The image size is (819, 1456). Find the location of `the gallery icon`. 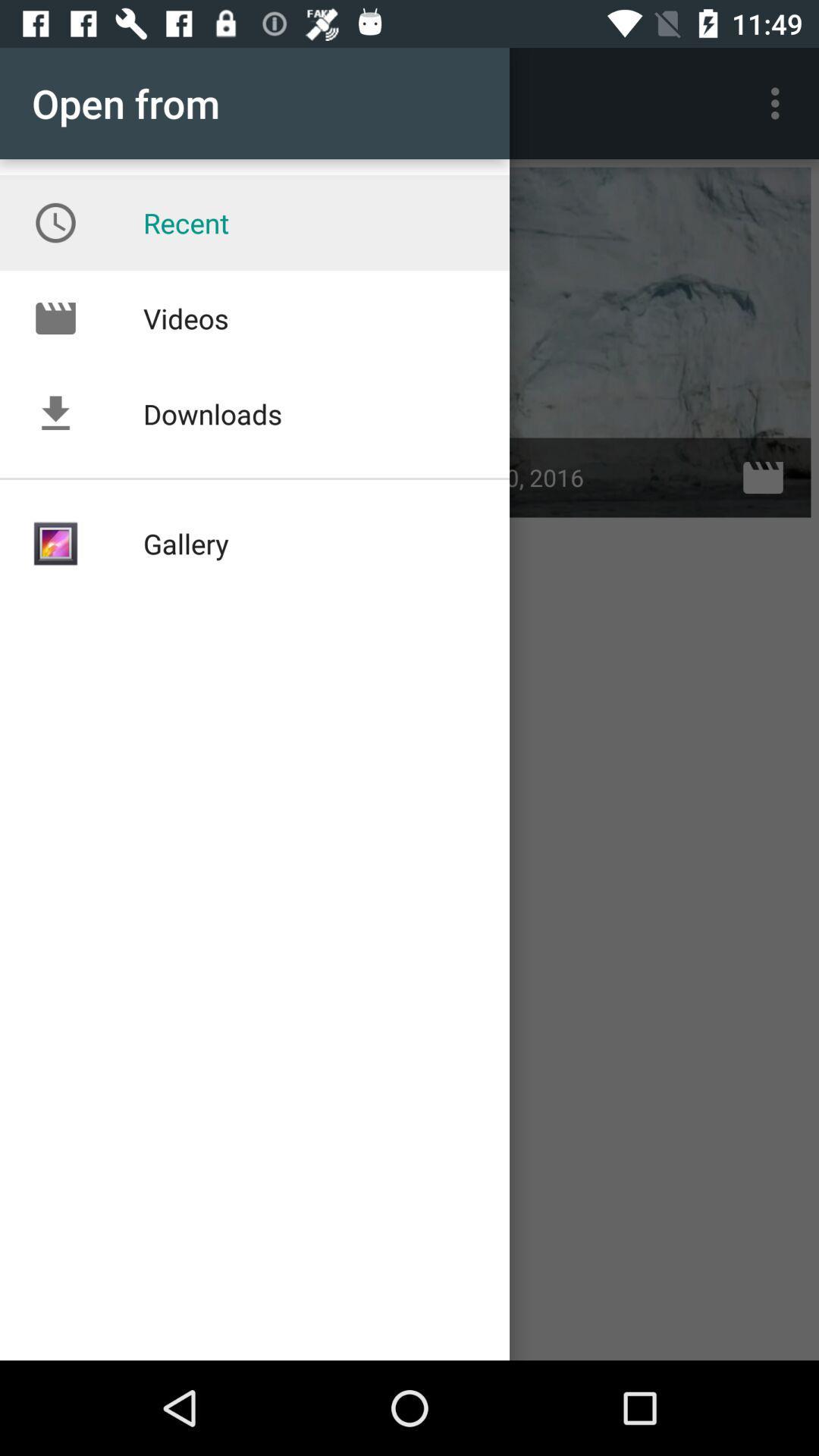

the gallery icon is located at coordinates (55, 544).